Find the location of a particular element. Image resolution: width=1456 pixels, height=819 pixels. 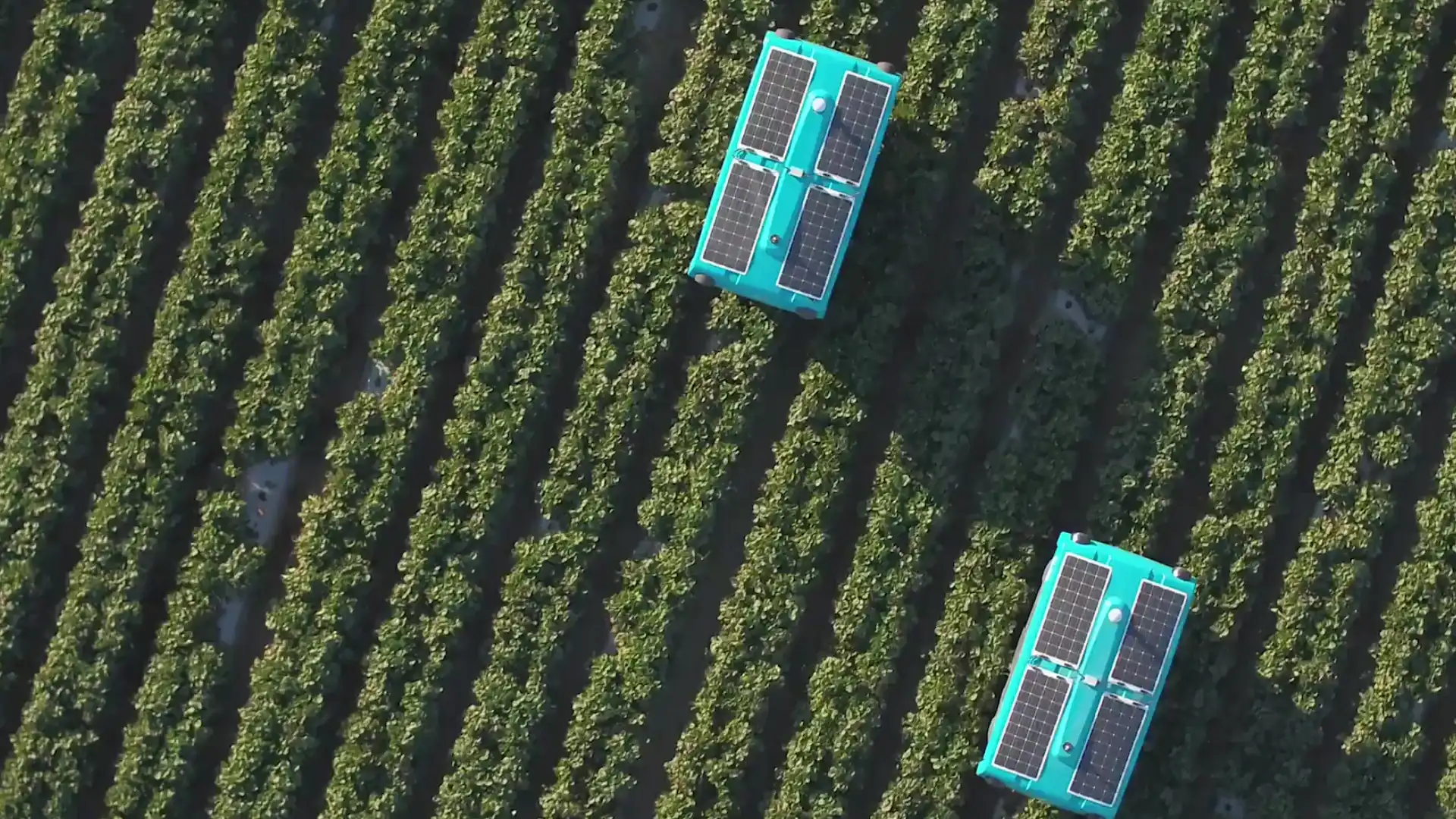

Introducing Malta Project Malta  a new approach to grid-scale energy storage whose secret ingredient is molten salt  graduates from X and becomes an independent company outside Alphabet as they get ready to build their first megawatt-scale pilot plant. is located at coordinates (768, 388).